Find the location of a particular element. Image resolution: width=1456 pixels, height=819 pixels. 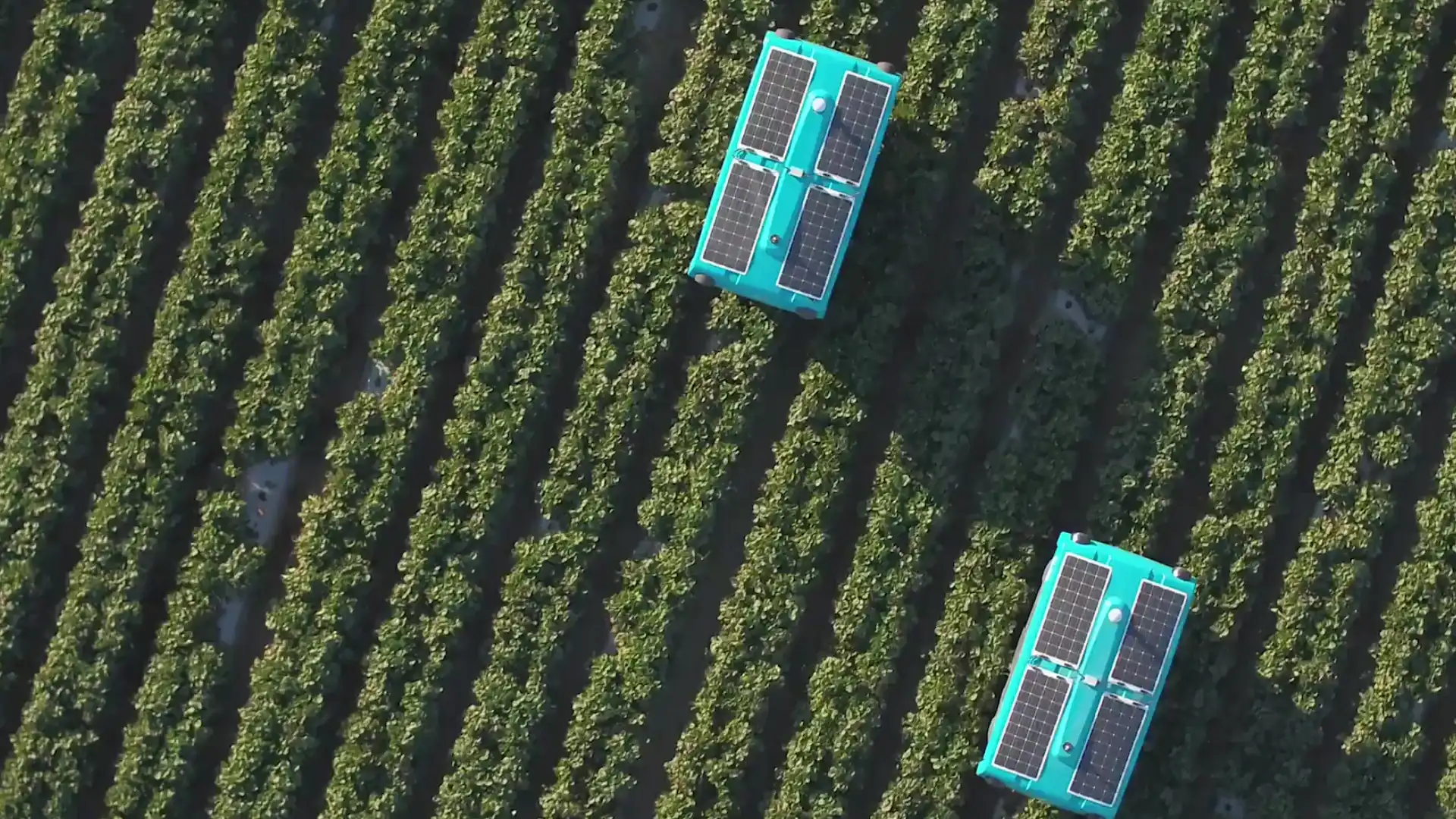

Introducing Malta Project Malta  a new approach to grid-scale energy storage whose secret ingredient is molten salt  graduates from X and becomes an independent company outside Alphabet as they get ready to build their first megawatt-scale pilot plant. is located at coordinates (768, 388).